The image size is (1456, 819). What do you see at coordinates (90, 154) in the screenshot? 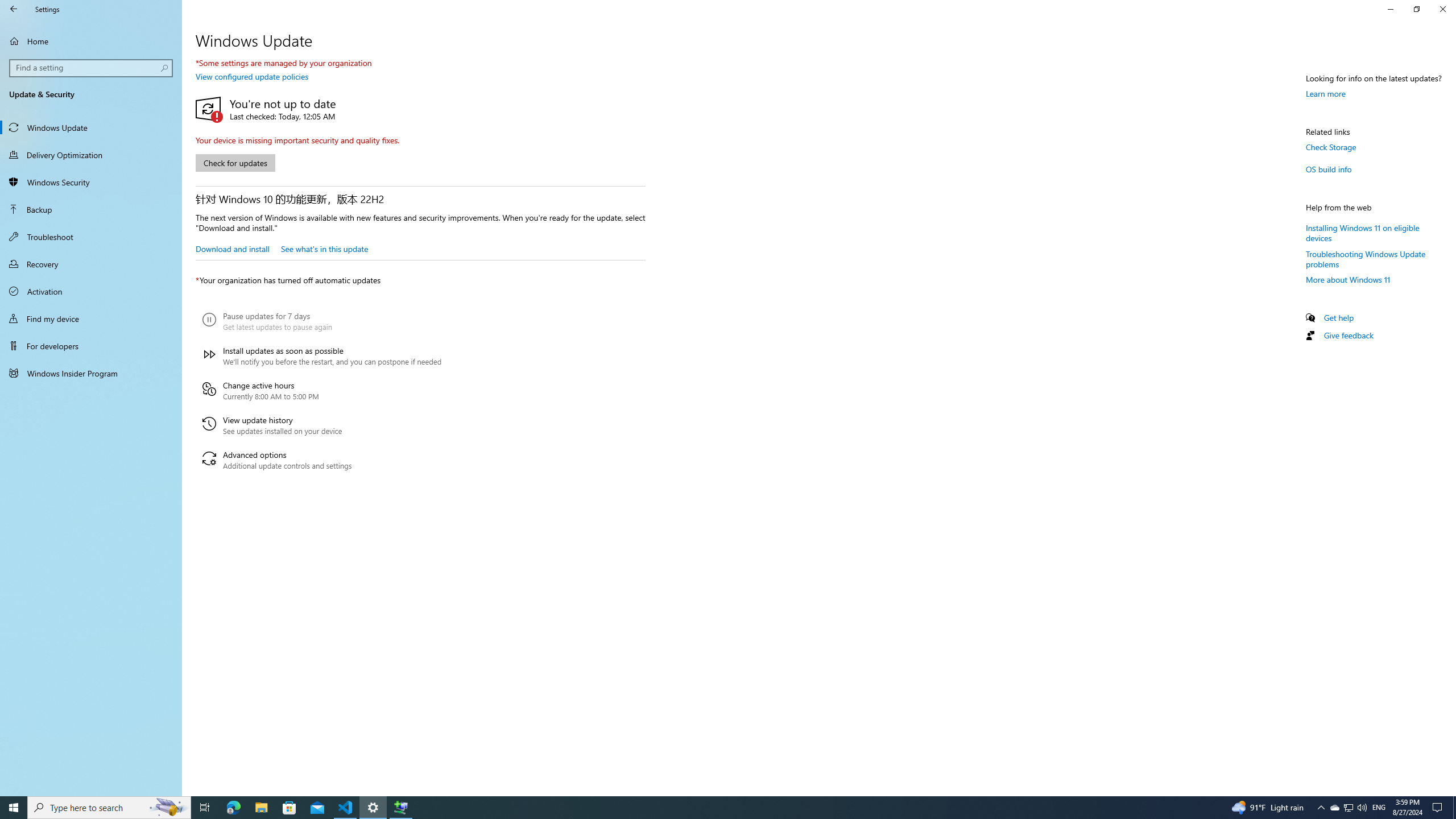
I see `'Delivery Optimization'` at bounding box center [90, 154].